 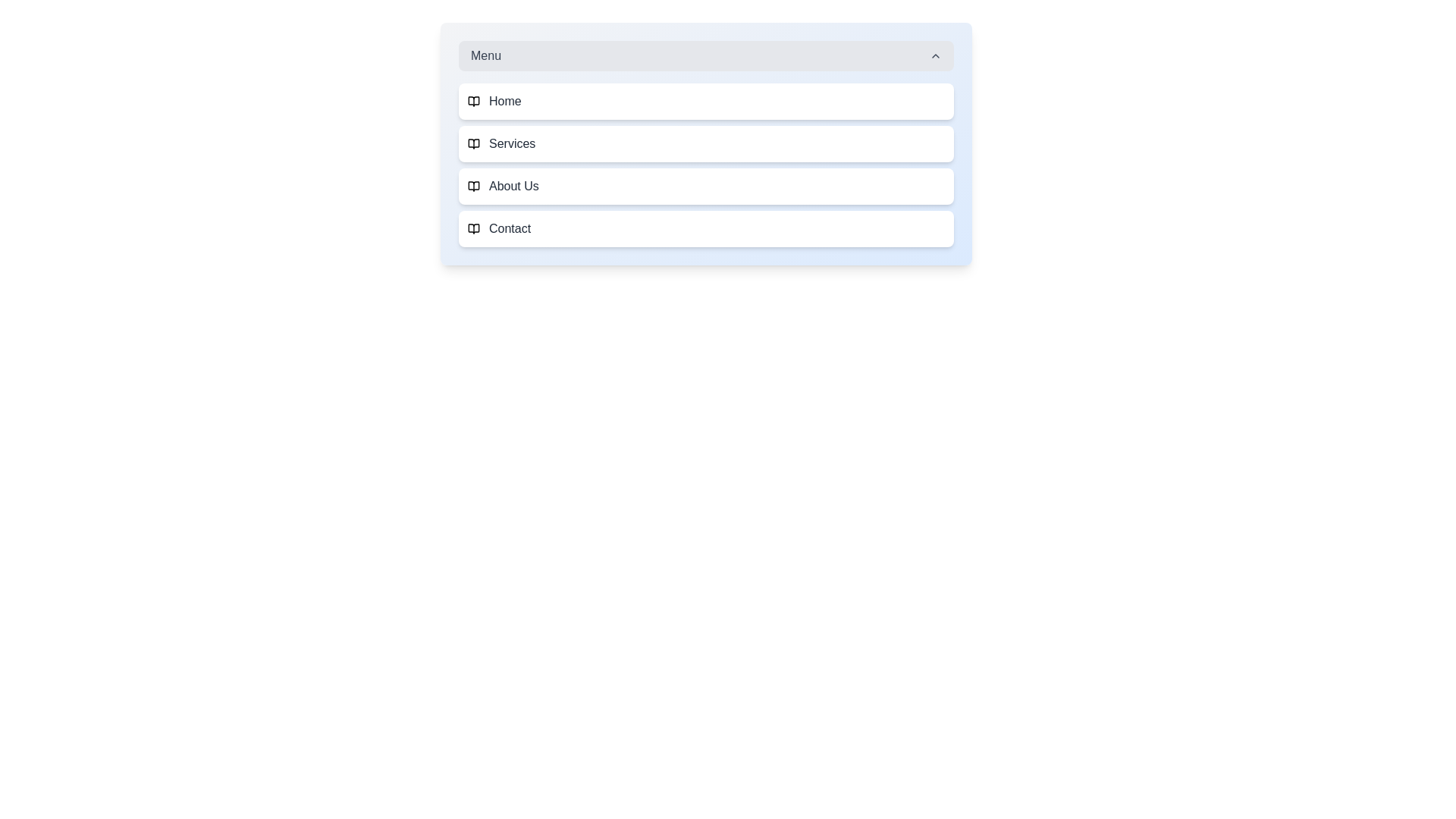 What do you see at coordinates (705, 228) in the screenshot?
I see `the fourth item in the vertical menu labeled 'Contact'` at bounding box center [705, 228].